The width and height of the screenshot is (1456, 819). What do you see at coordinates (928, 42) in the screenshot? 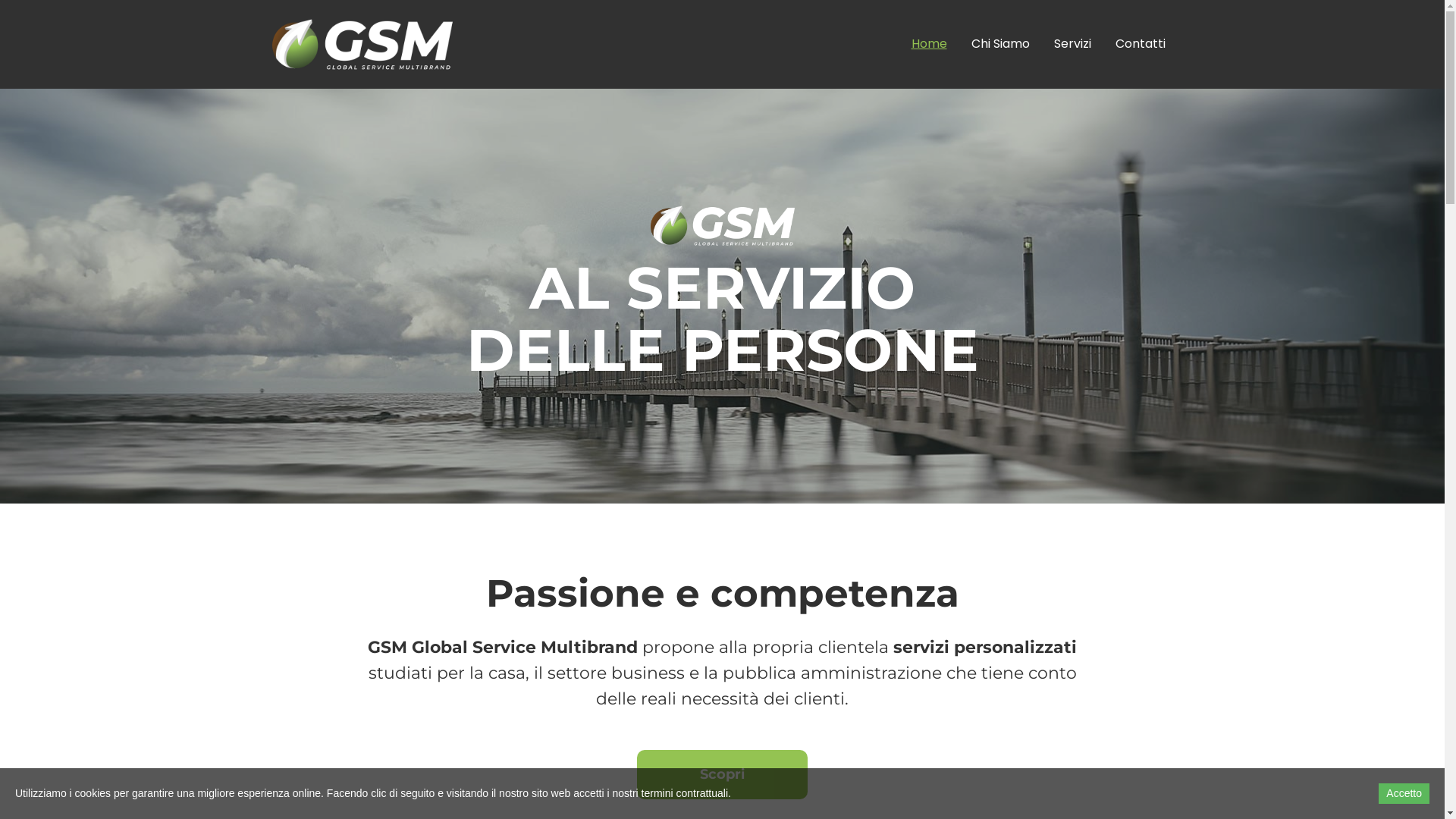
I see `'Home'` at bounding box center [928, 42].